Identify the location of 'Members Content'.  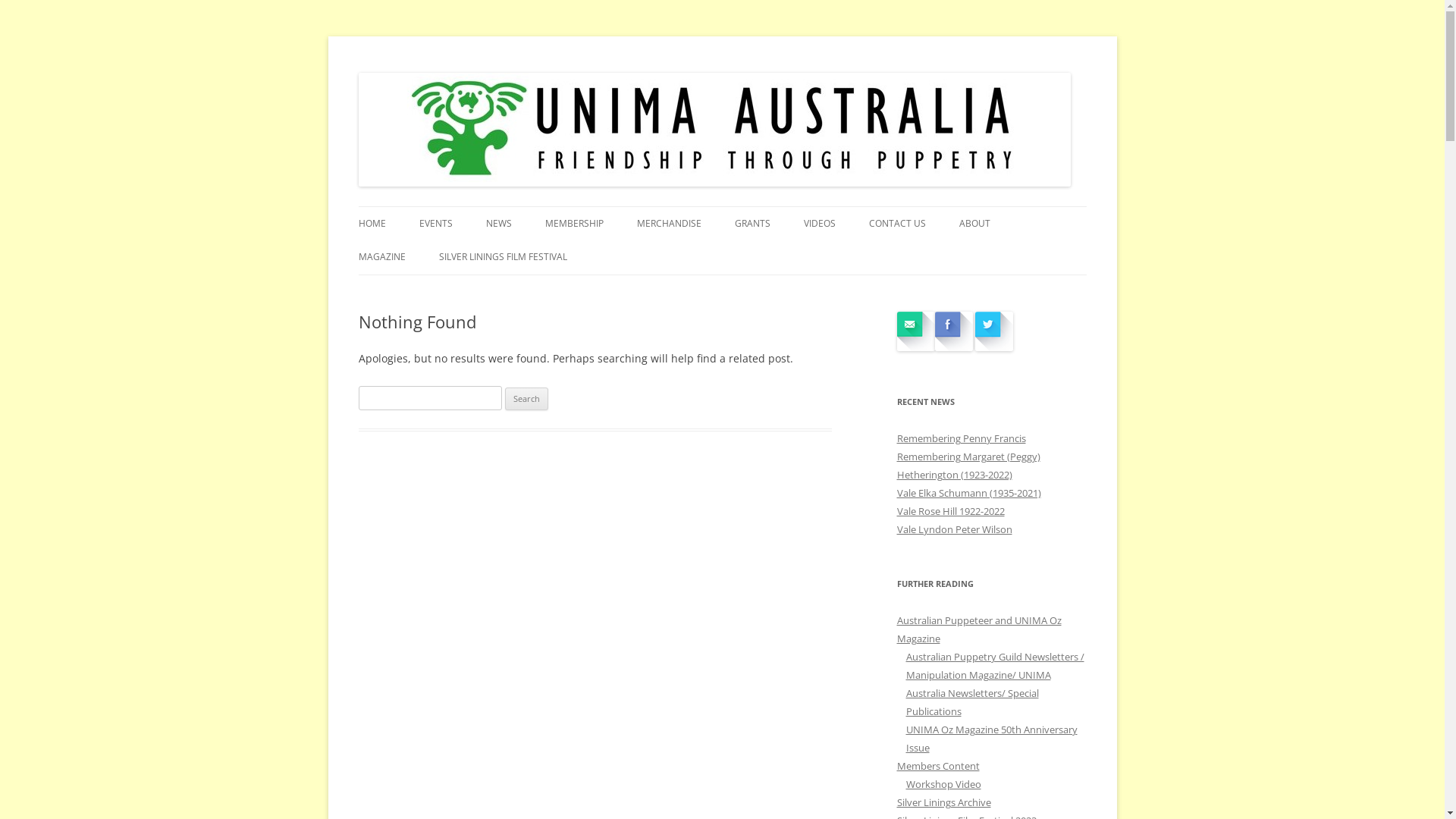
(896, 766).